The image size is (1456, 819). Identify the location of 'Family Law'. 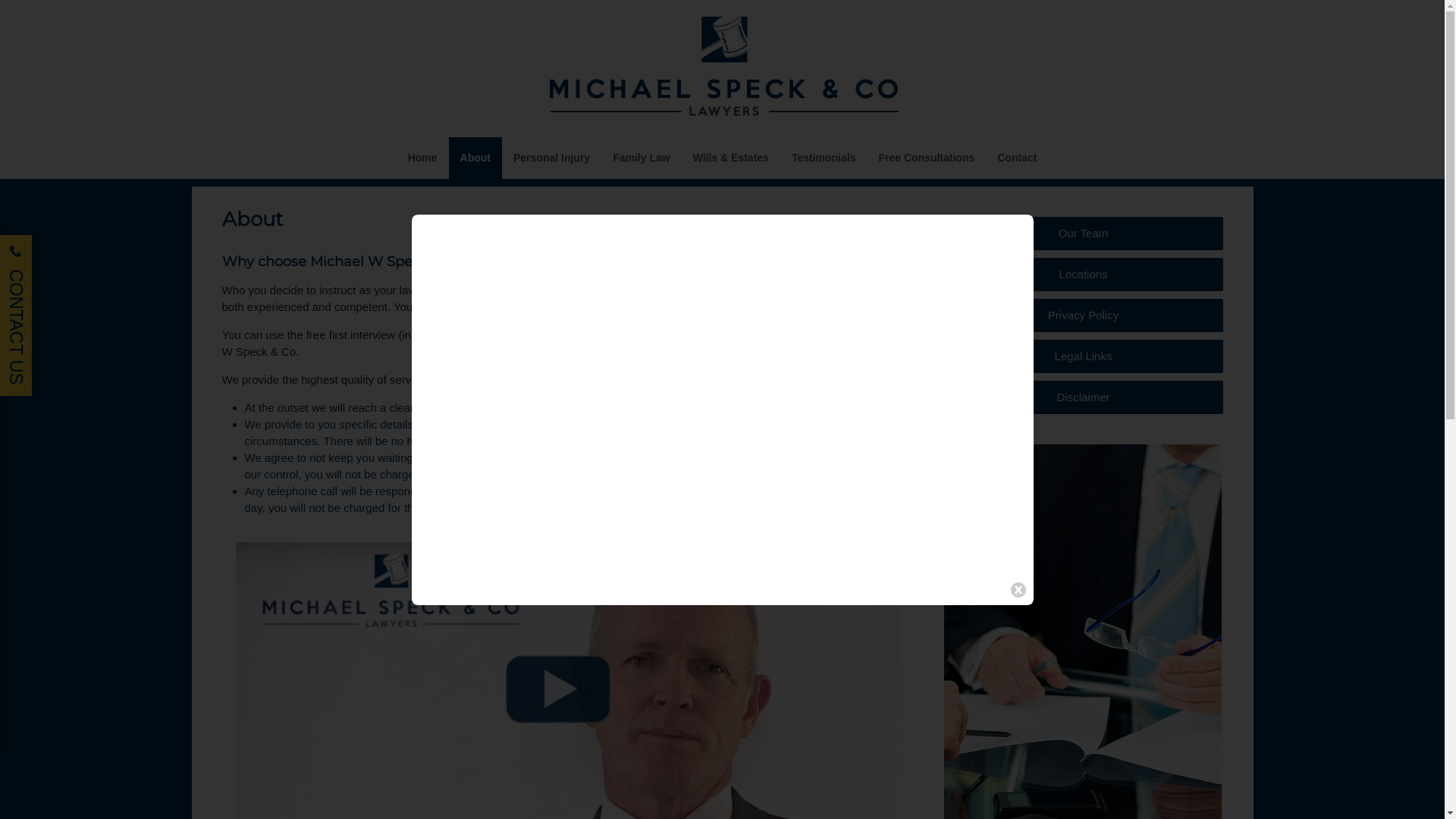
(600, 158).